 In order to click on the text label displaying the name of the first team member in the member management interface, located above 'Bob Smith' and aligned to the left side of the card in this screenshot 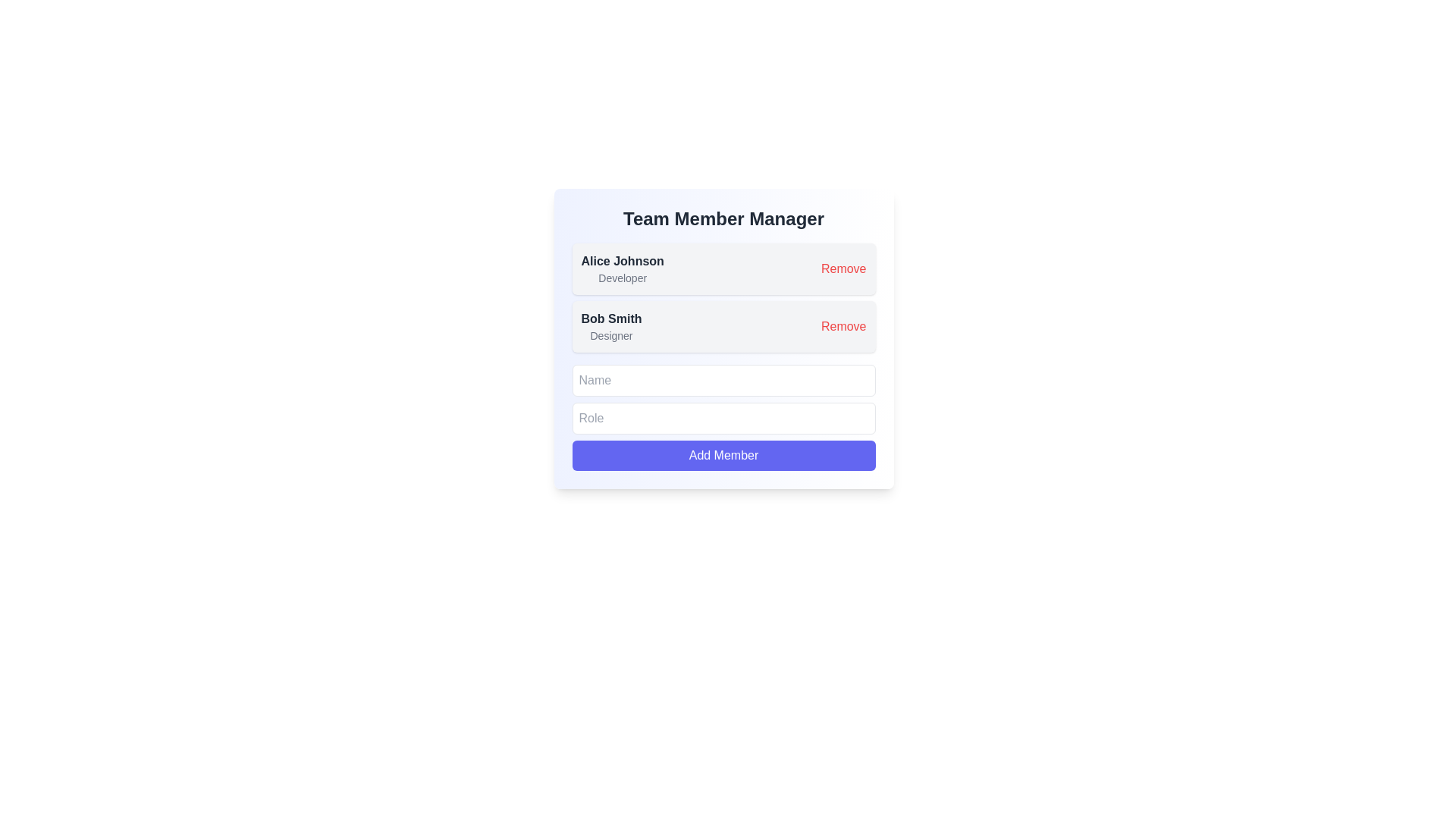, I will do `click(623, 260)`.